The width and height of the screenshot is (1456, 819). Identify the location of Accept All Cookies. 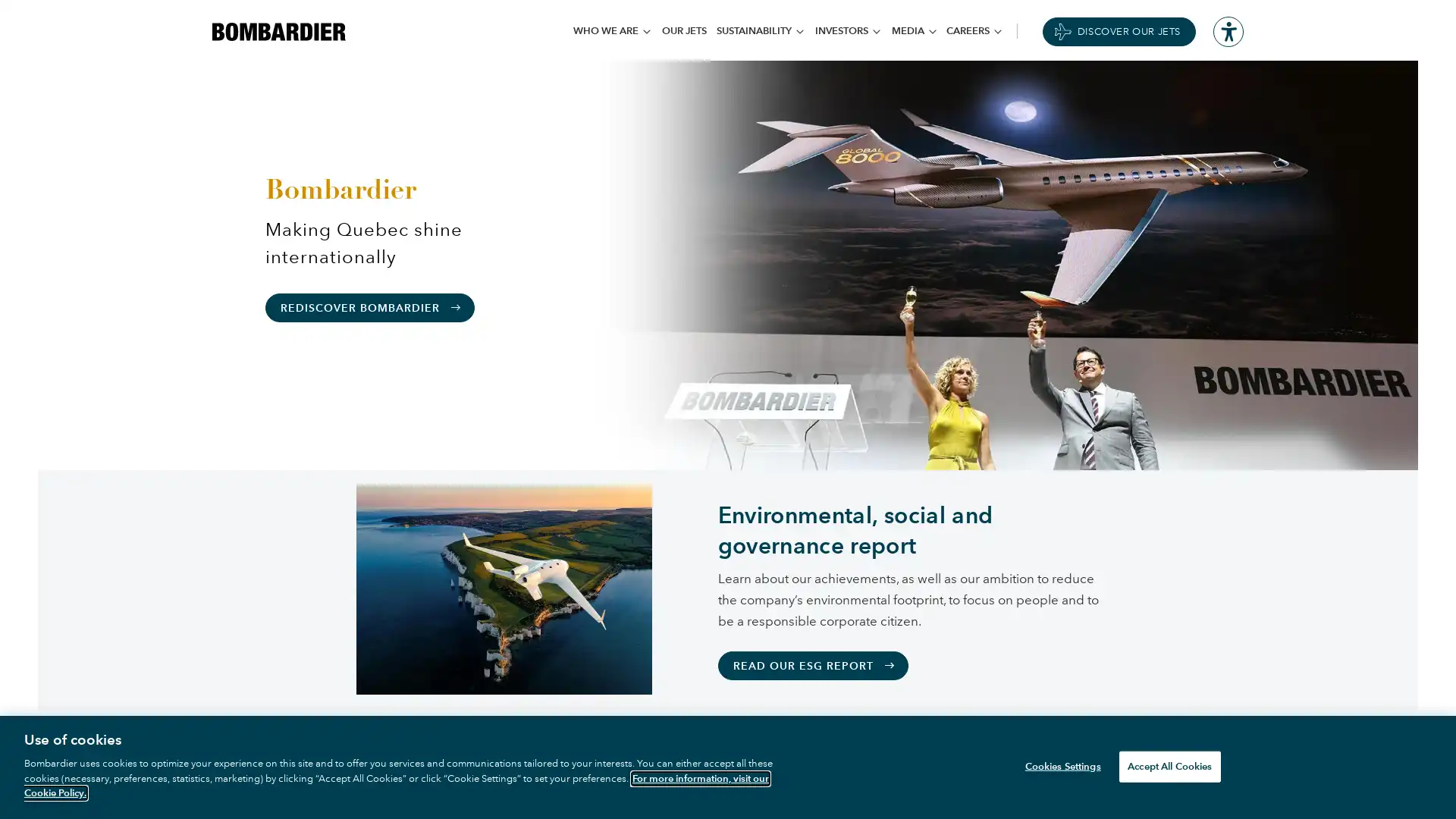
(1169, 766).